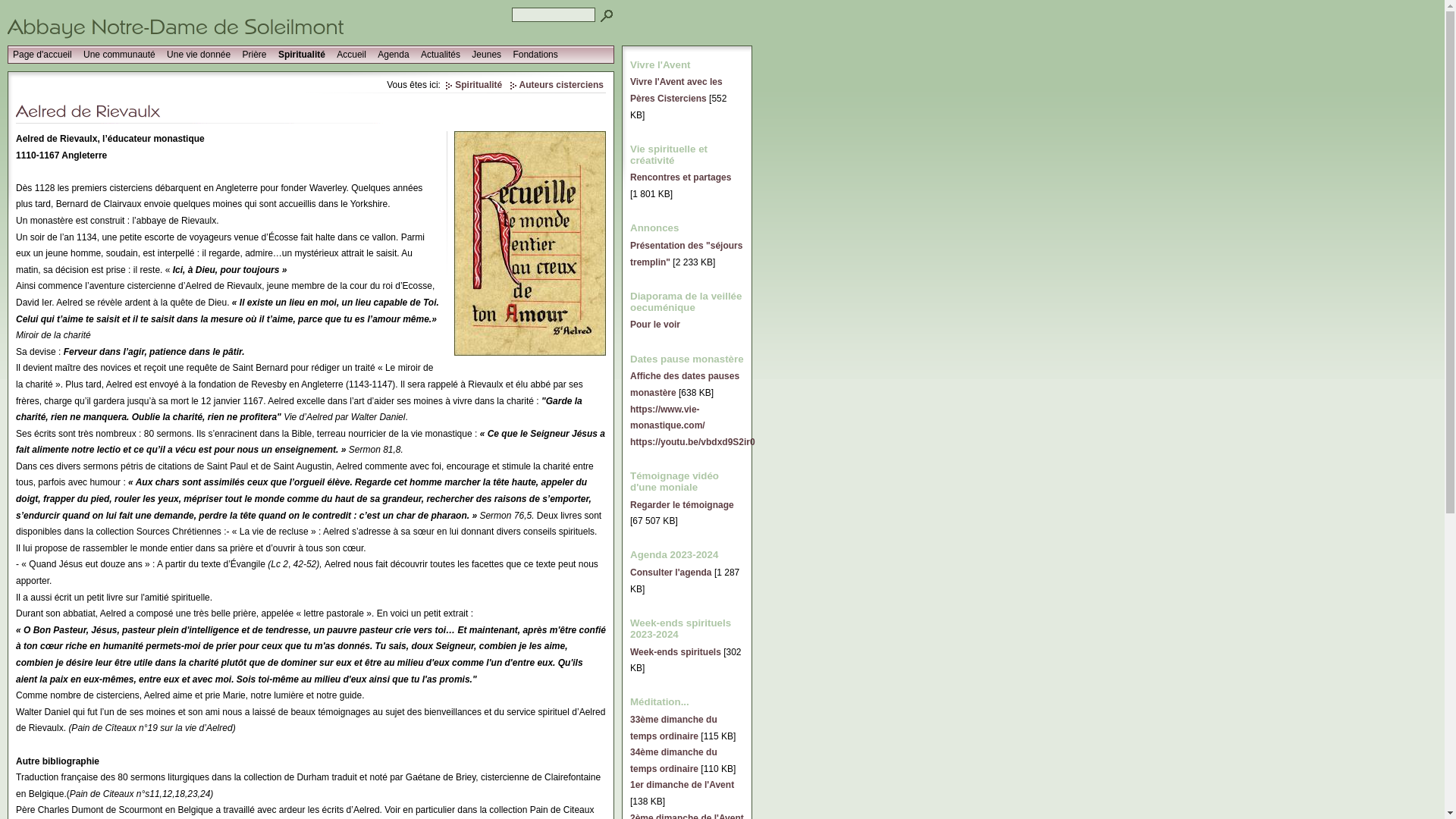 This screenshot has height=819, width=1456. I want to click on 'https://youtu.be/vbdxd9S2ir0', so click(692, 441).